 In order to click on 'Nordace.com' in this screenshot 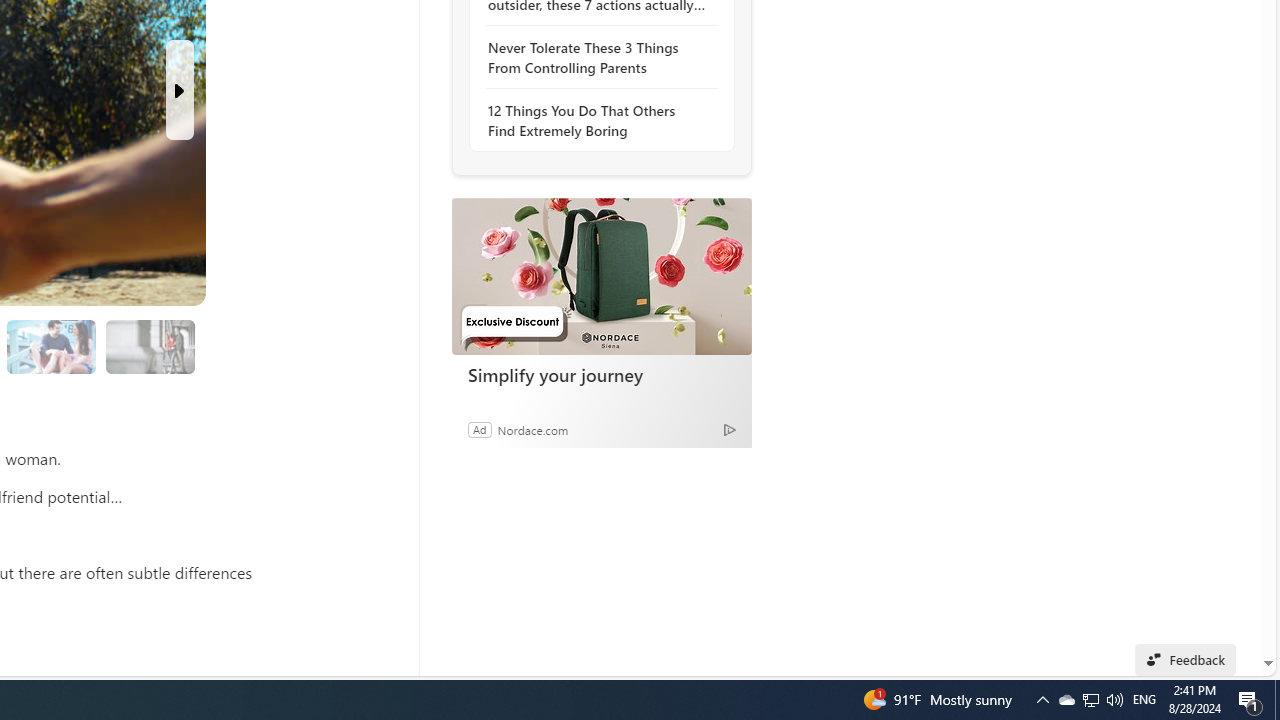, I will do `click(532, 428)`.